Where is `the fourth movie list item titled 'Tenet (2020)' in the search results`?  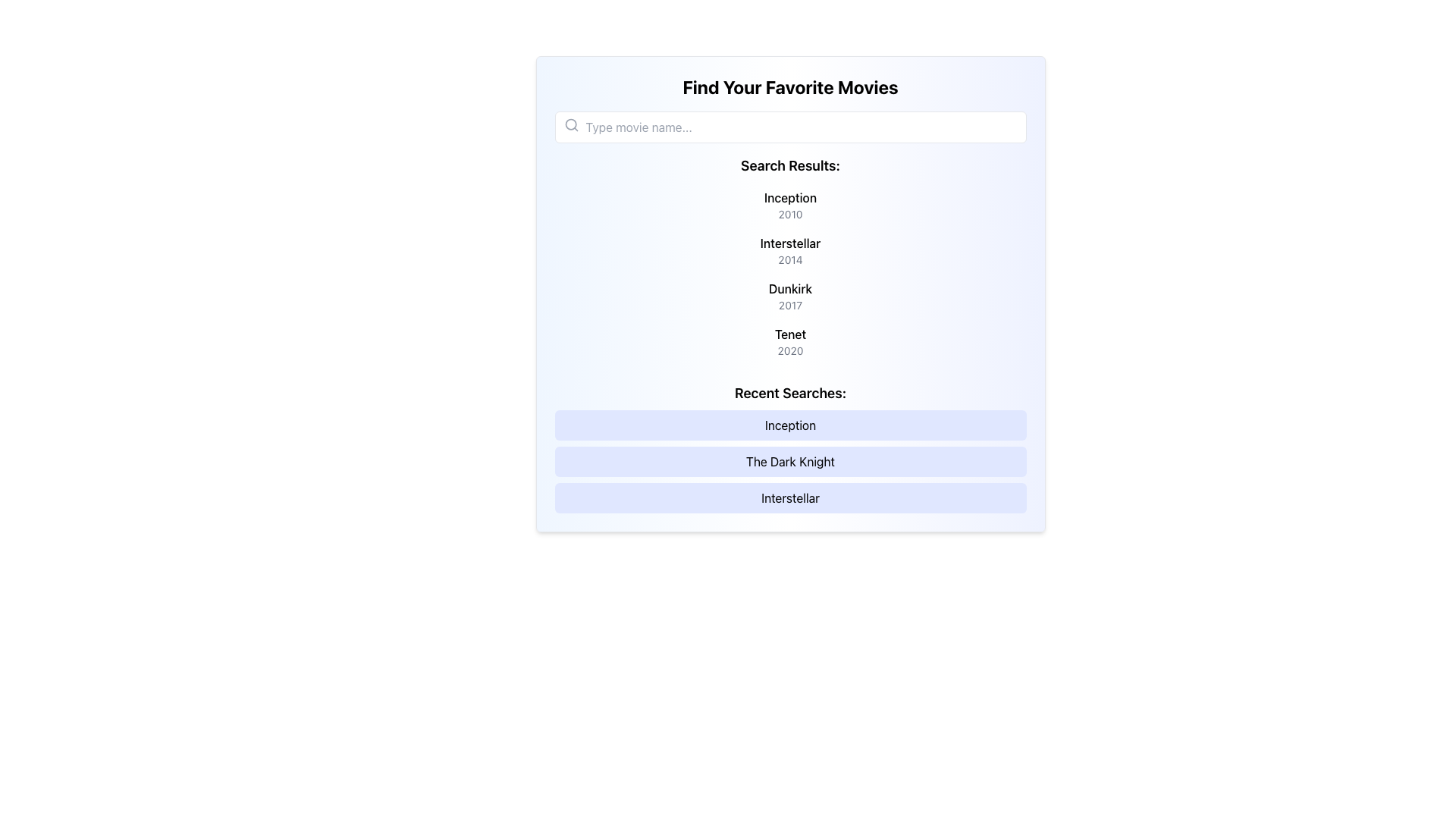
the fourth movie list item titled 'Tenet (2020)' in the search results is located at coordinates (789, 342).